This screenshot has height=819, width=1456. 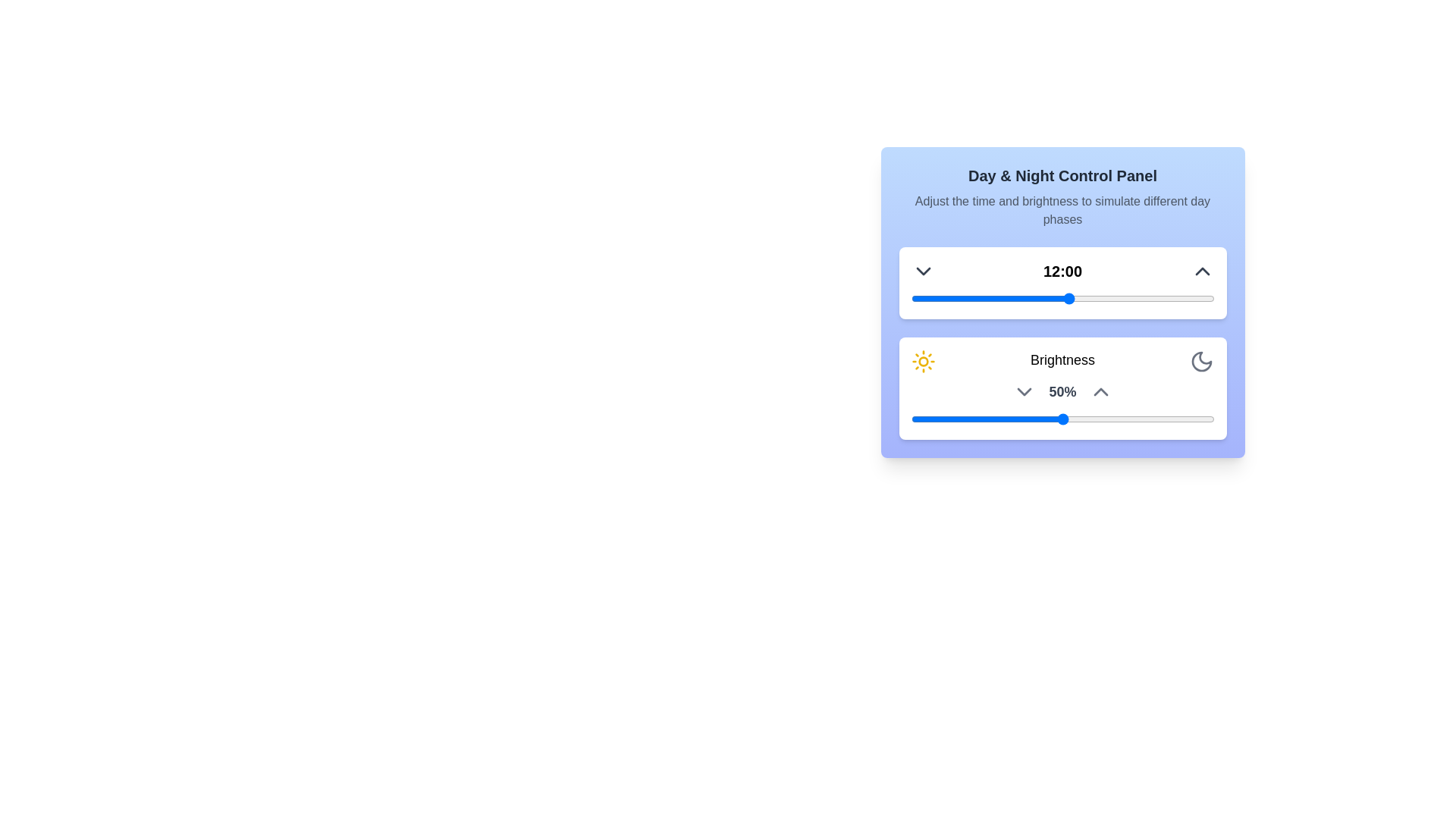 What do you see at coordinates (1025, 391) in the screenshot?
I see `the downward-pointing gray chevron icon next to the '50%' text` at bounding box center [1025, 391].